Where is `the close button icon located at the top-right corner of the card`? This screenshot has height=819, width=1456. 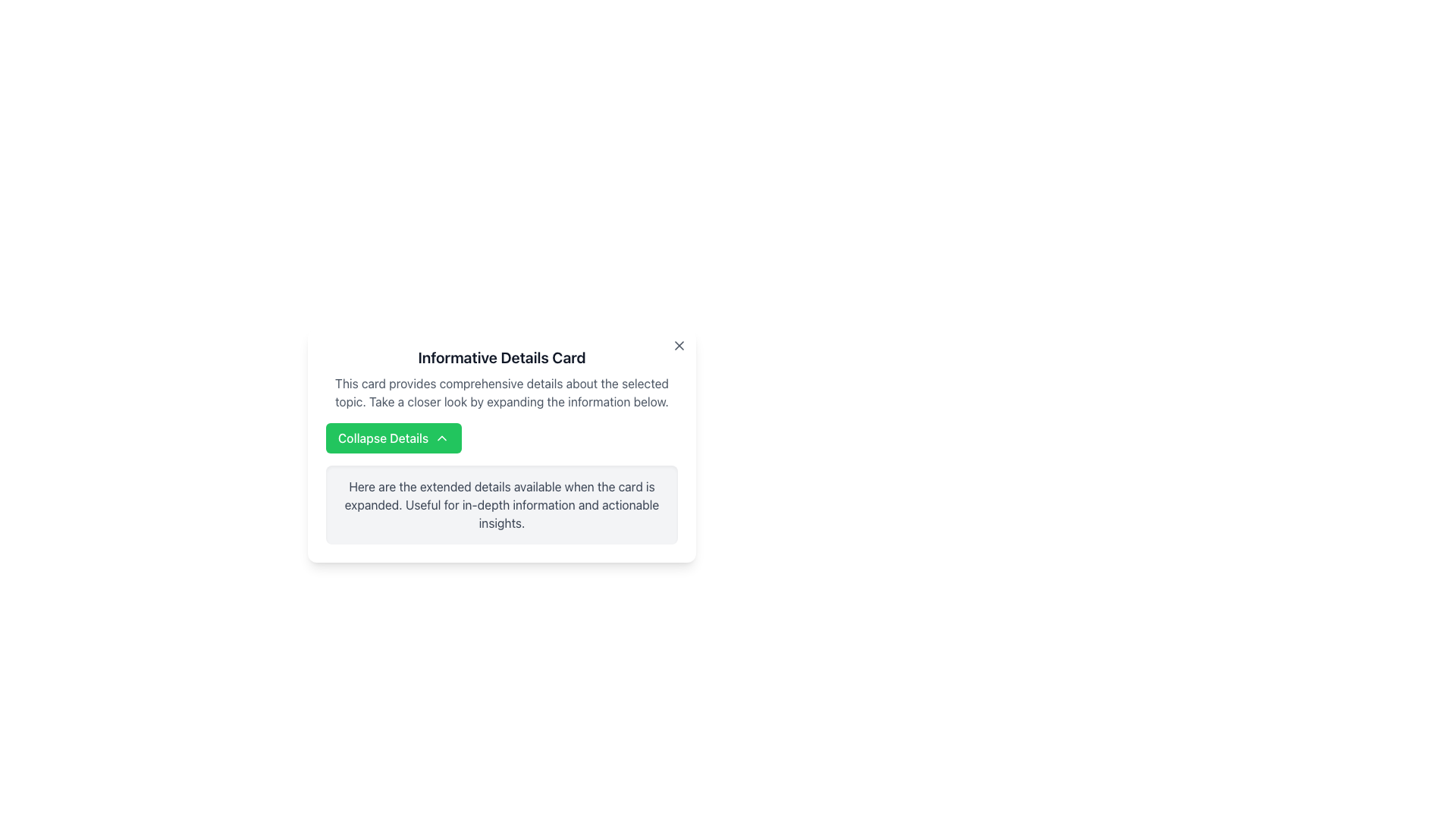 the close button icon located at the top-right corner of the card is located at coordinates (679, 345).